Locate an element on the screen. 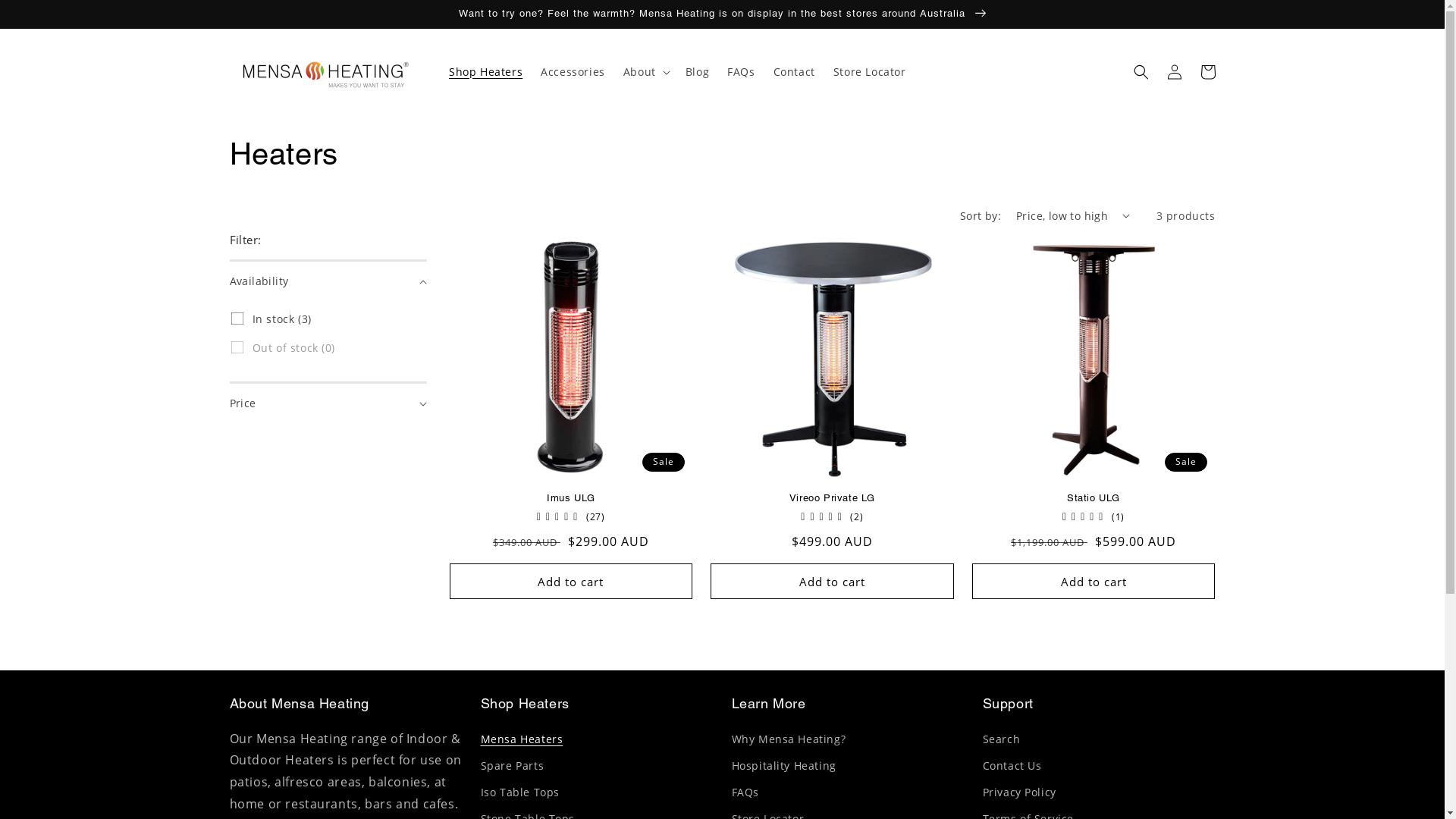  'Accessories' is located at coordinates (531, 72).